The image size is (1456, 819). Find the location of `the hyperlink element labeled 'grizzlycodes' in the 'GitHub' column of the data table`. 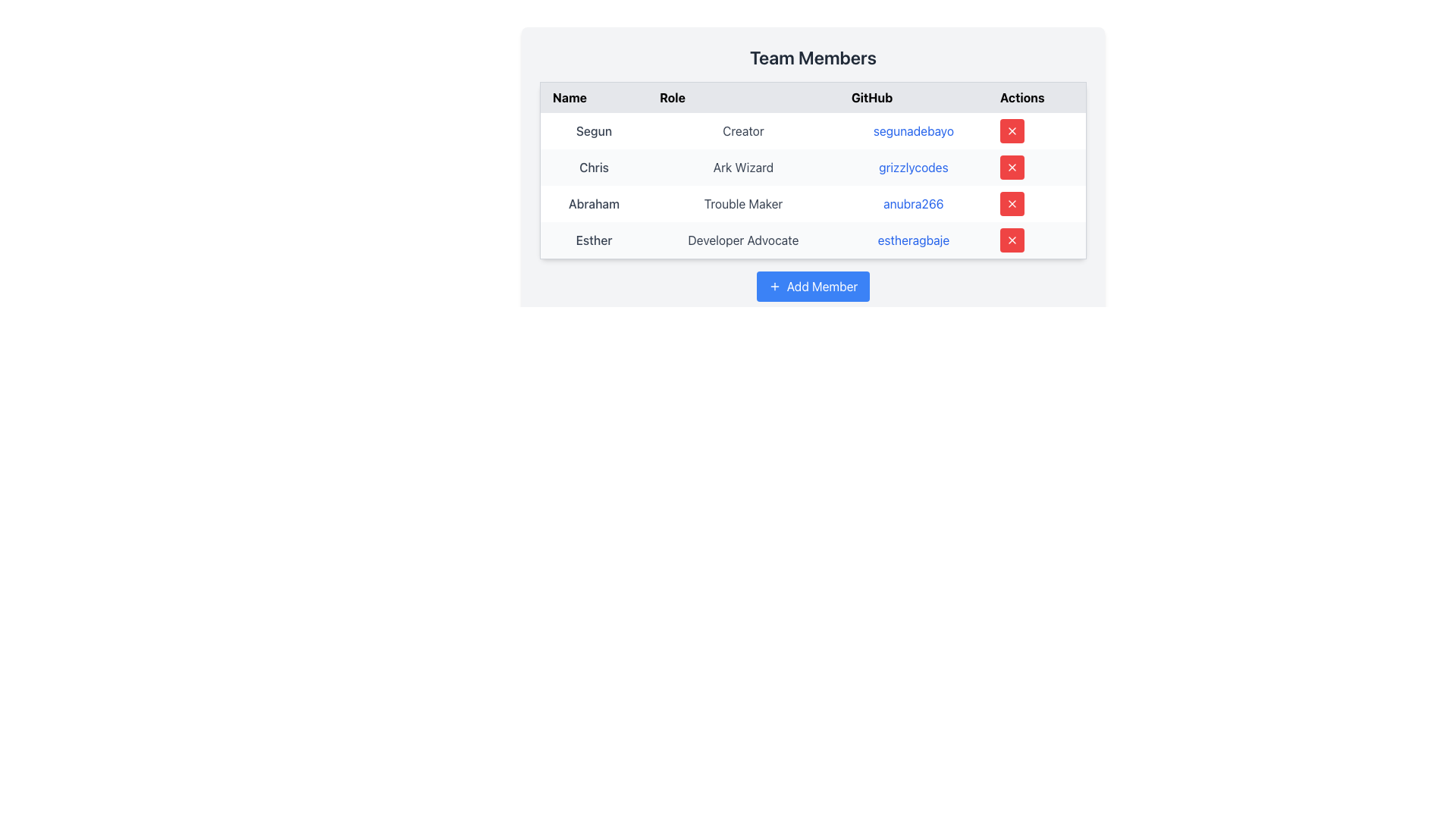

the hyperlink element labeled 'grizzlycodes' in the 'GitHub' column of the data table is located at coordinates (812, 158).